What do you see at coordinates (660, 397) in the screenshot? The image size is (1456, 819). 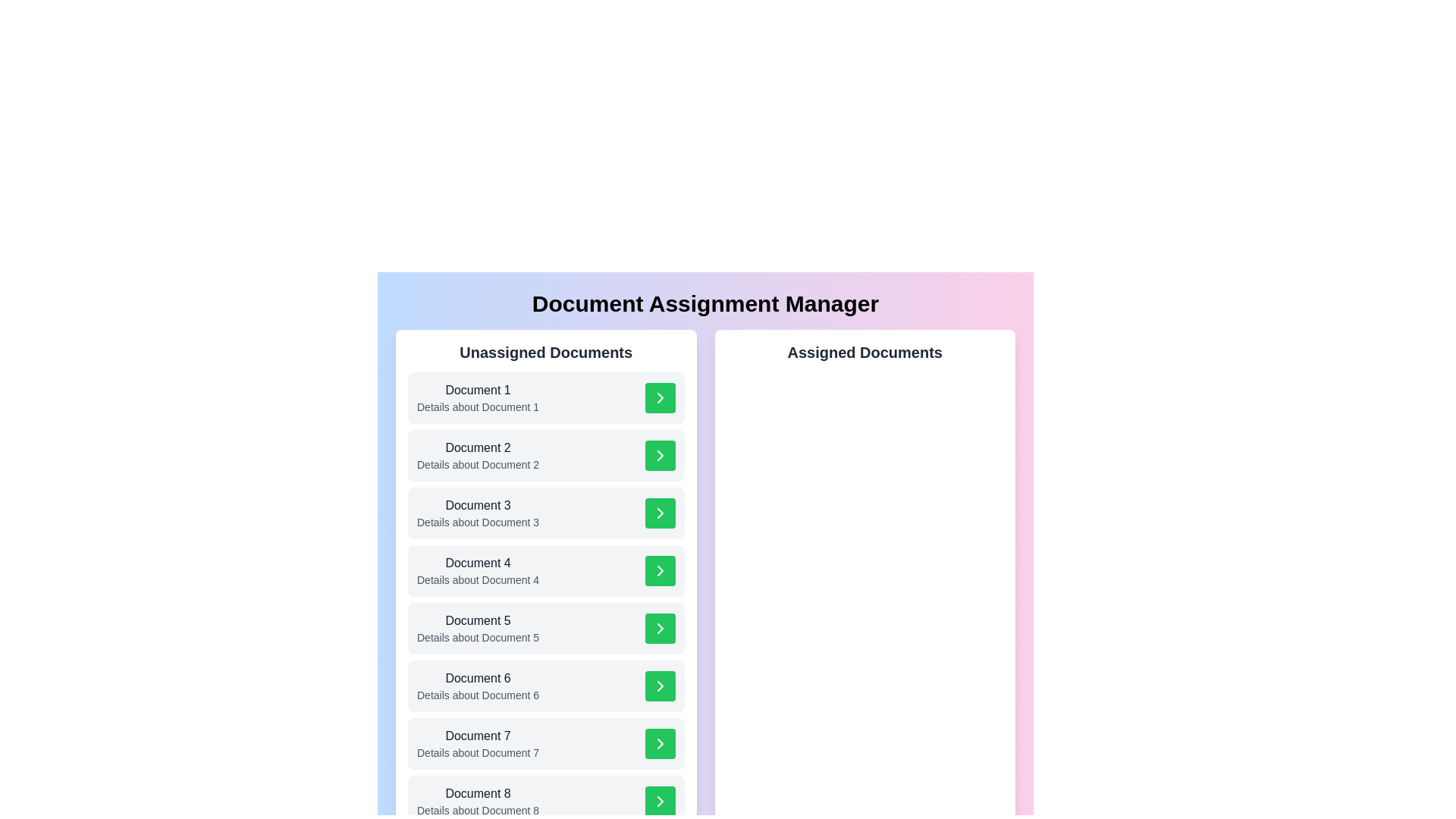 I see `the button located at the far-right side of the entry labeled 'Document 1' in the 'Unassigned Documents' section` at bounding box center [660, 397].